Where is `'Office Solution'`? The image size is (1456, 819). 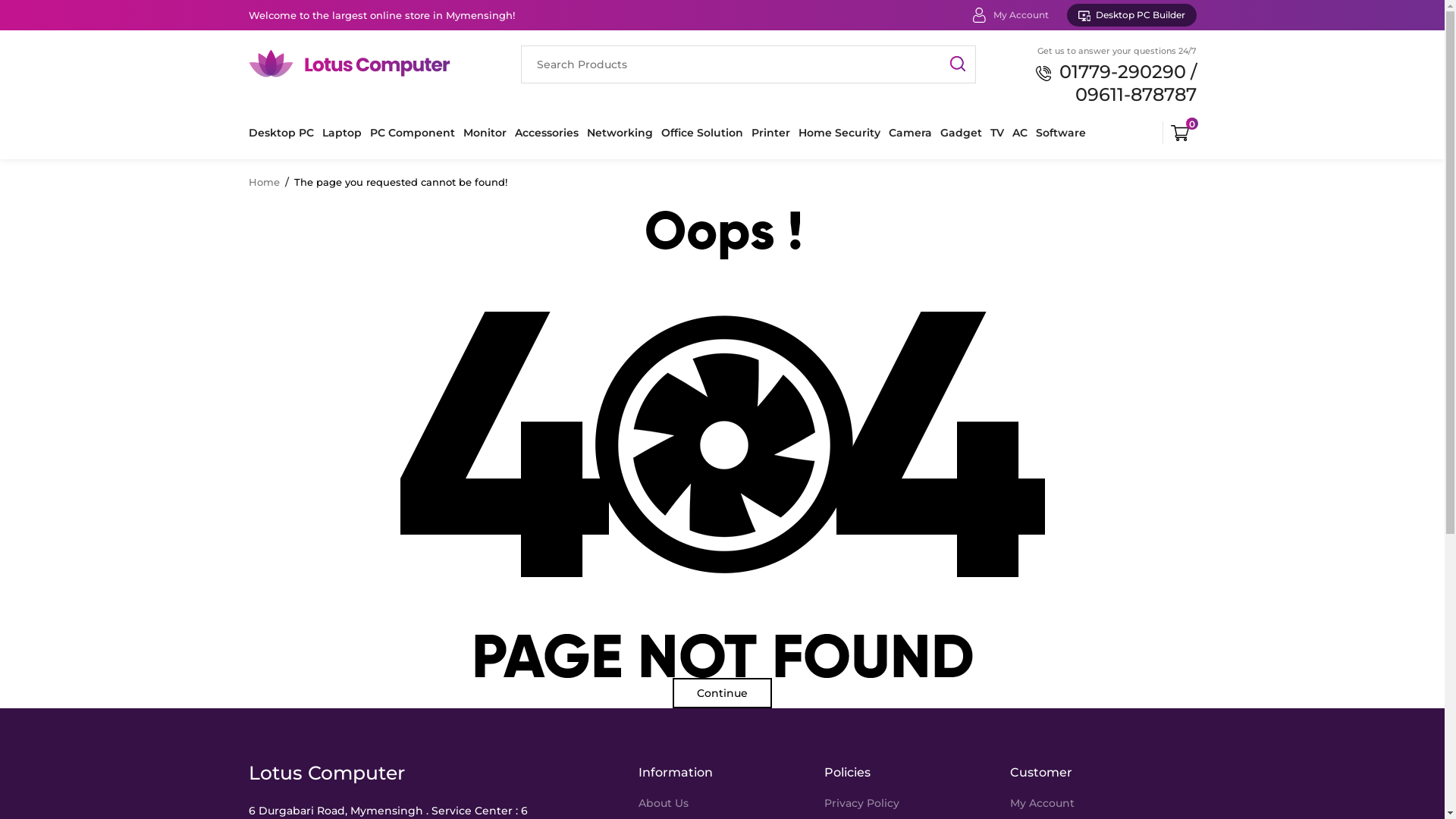 'Office Solution' is located at coordinates (701, 131).